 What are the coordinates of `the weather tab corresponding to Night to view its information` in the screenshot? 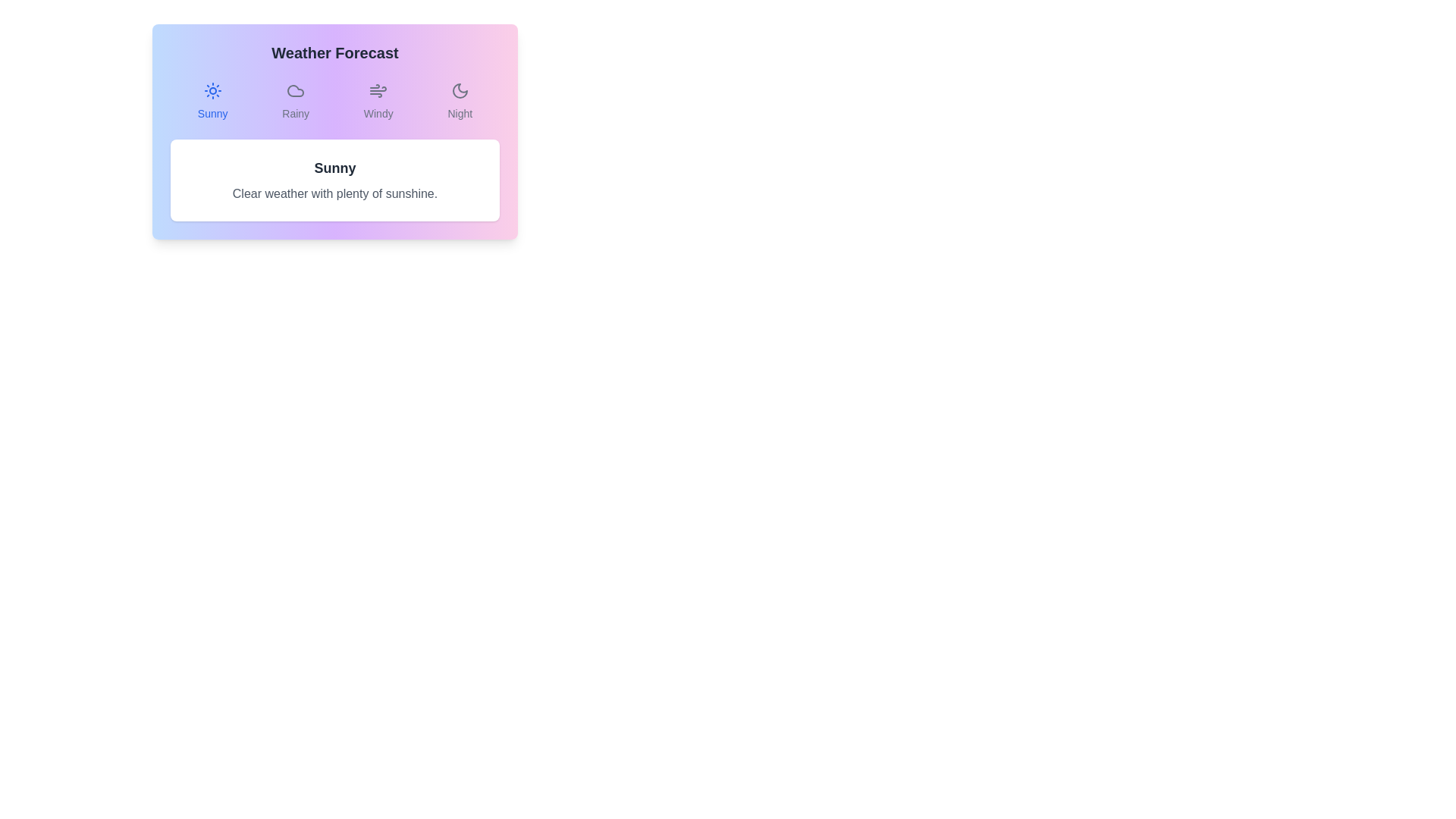 It's located at (458, 102).